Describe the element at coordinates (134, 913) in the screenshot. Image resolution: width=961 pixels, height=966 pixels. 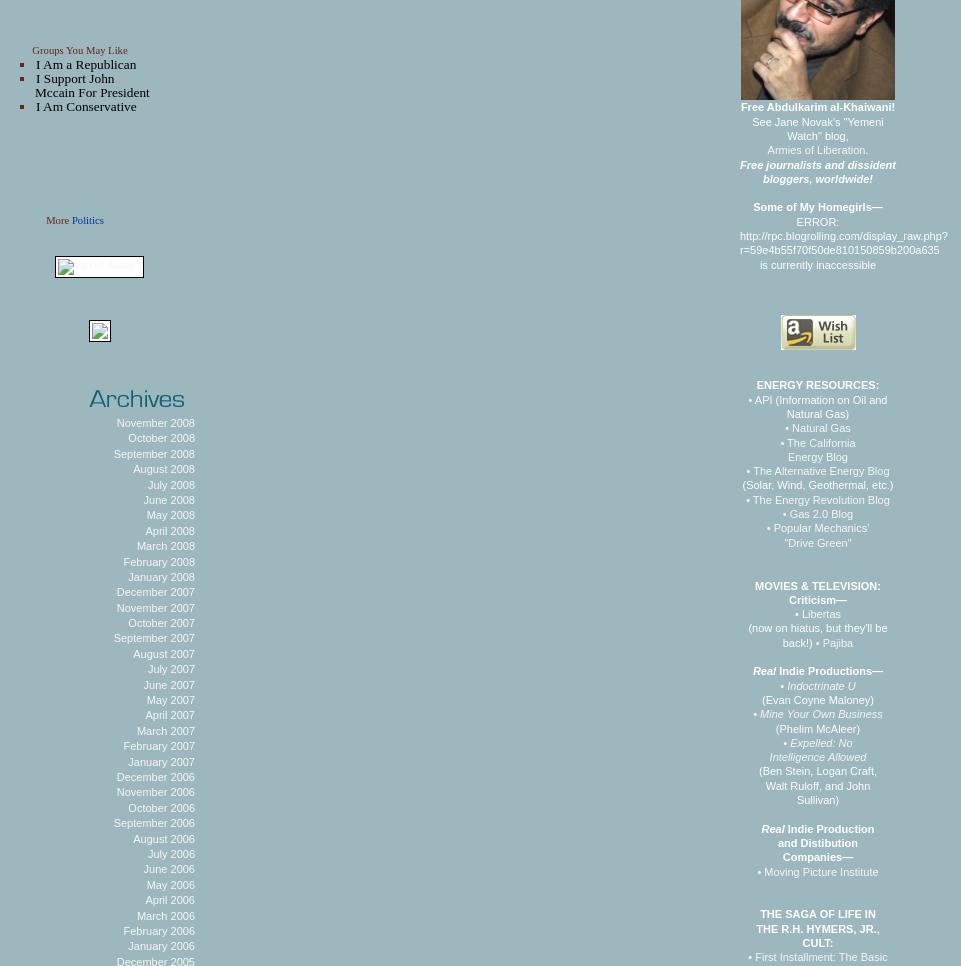
I see `'March 2006'` at that location.